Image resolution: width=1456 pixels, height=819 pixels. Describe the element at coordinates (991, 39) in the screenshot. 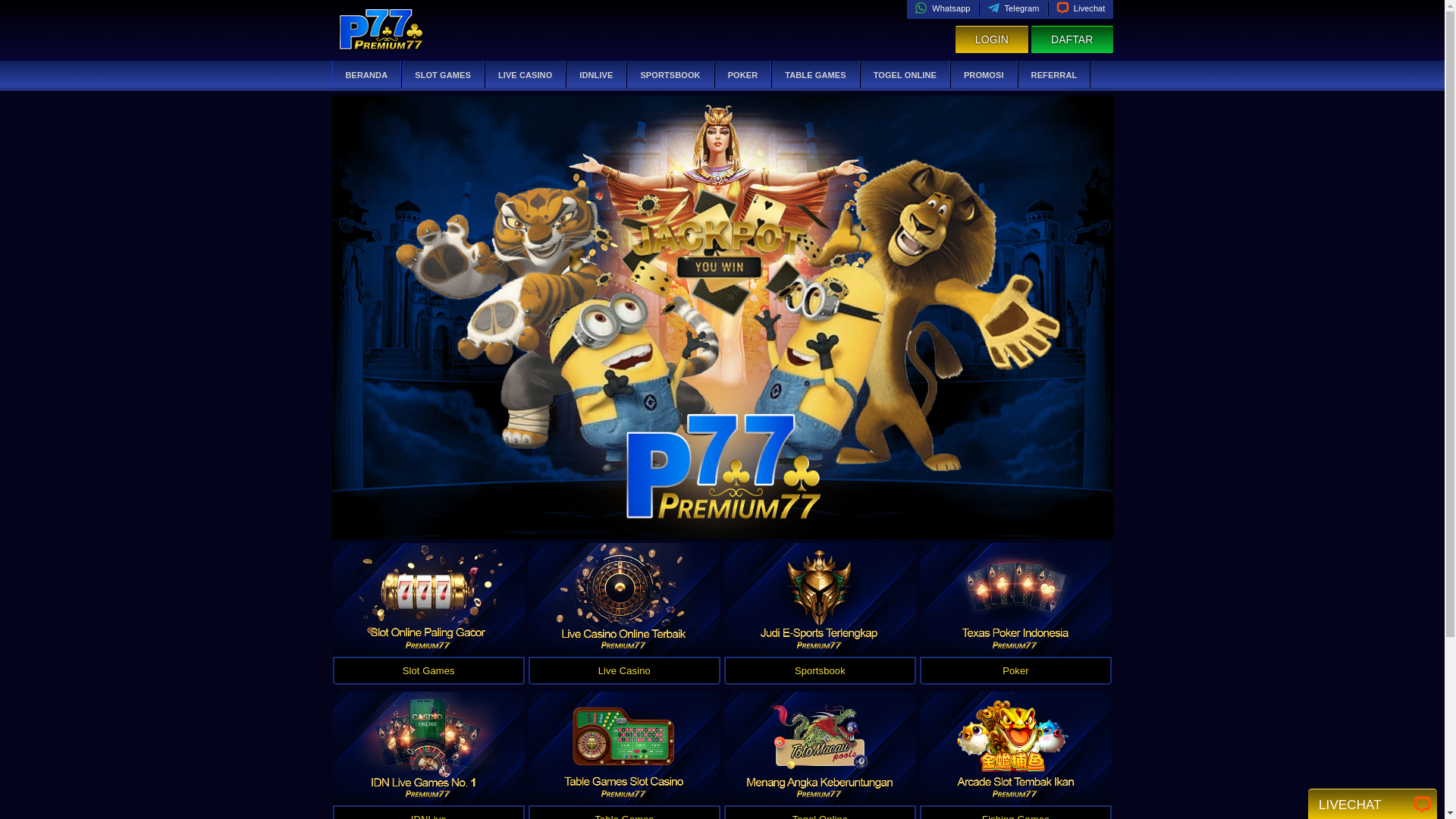

I see `'LOGIN'` at that location.